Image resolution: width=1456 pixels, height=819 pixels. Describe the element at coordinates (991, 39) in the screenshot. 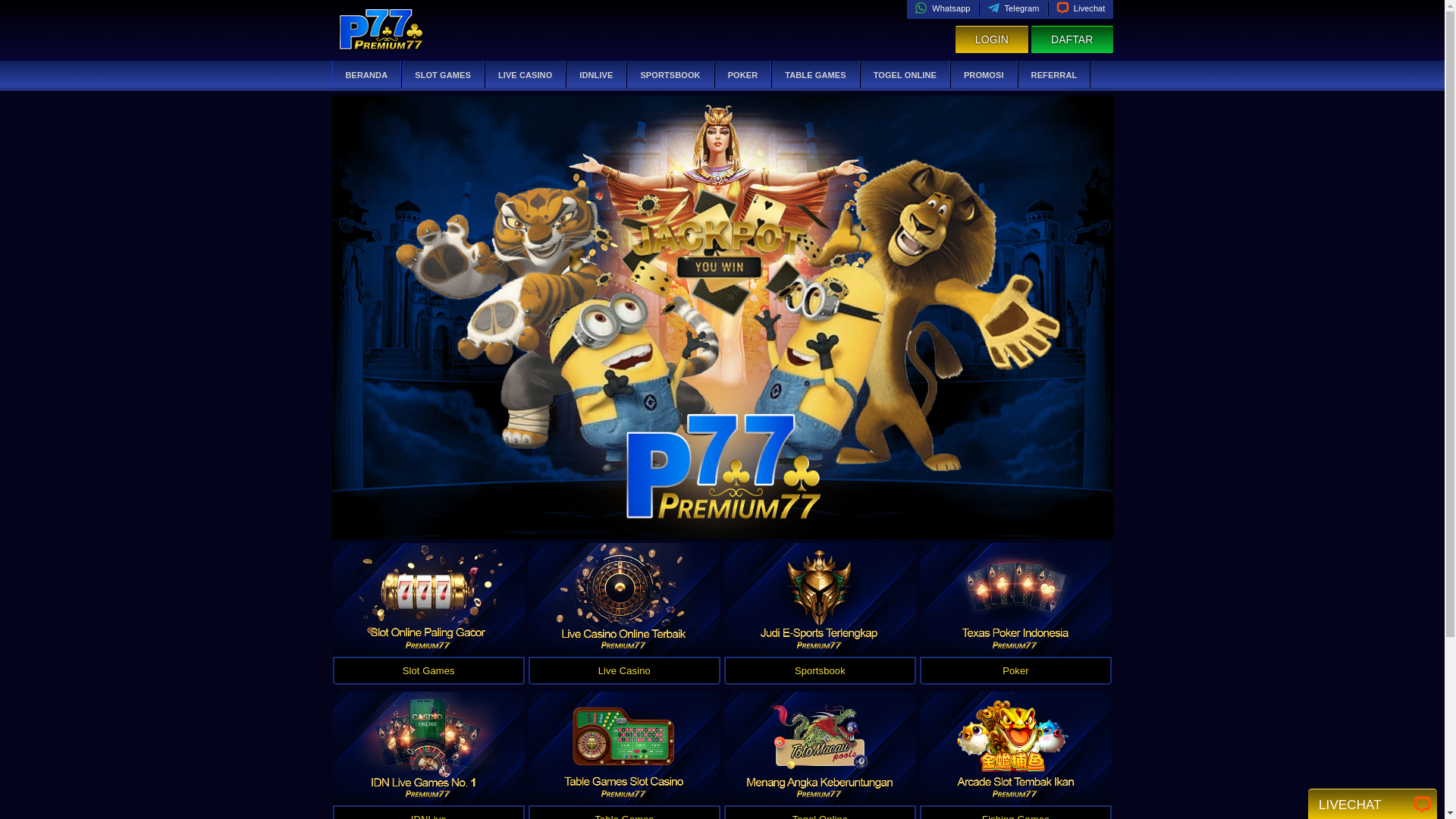

I see `'LOGIN'` at that location.